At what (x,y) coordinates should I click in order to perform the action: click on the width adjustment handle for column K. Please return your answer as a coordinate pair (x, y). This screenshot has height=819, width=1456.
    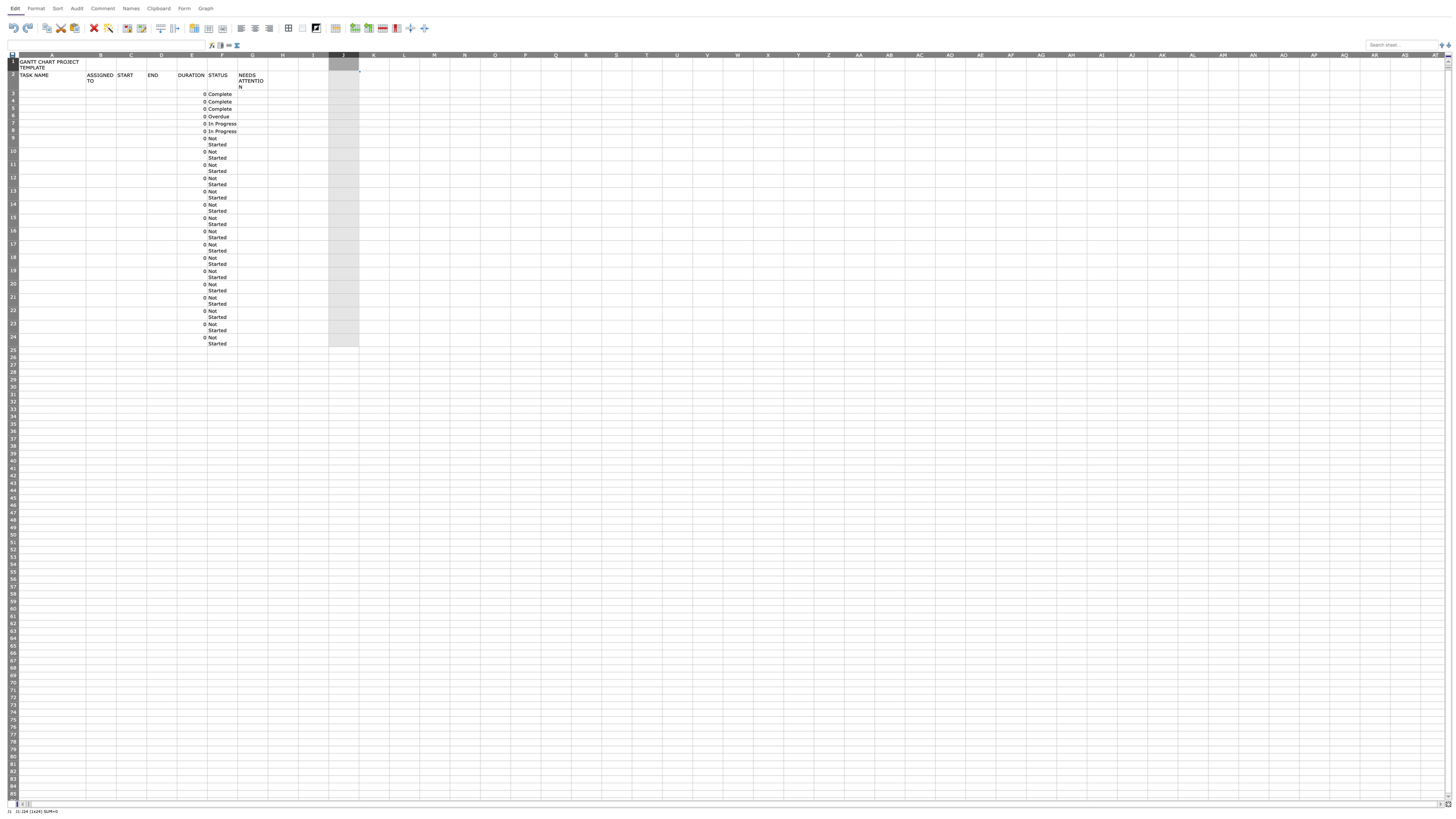
    Looking at the image, I should click on (389, 54).